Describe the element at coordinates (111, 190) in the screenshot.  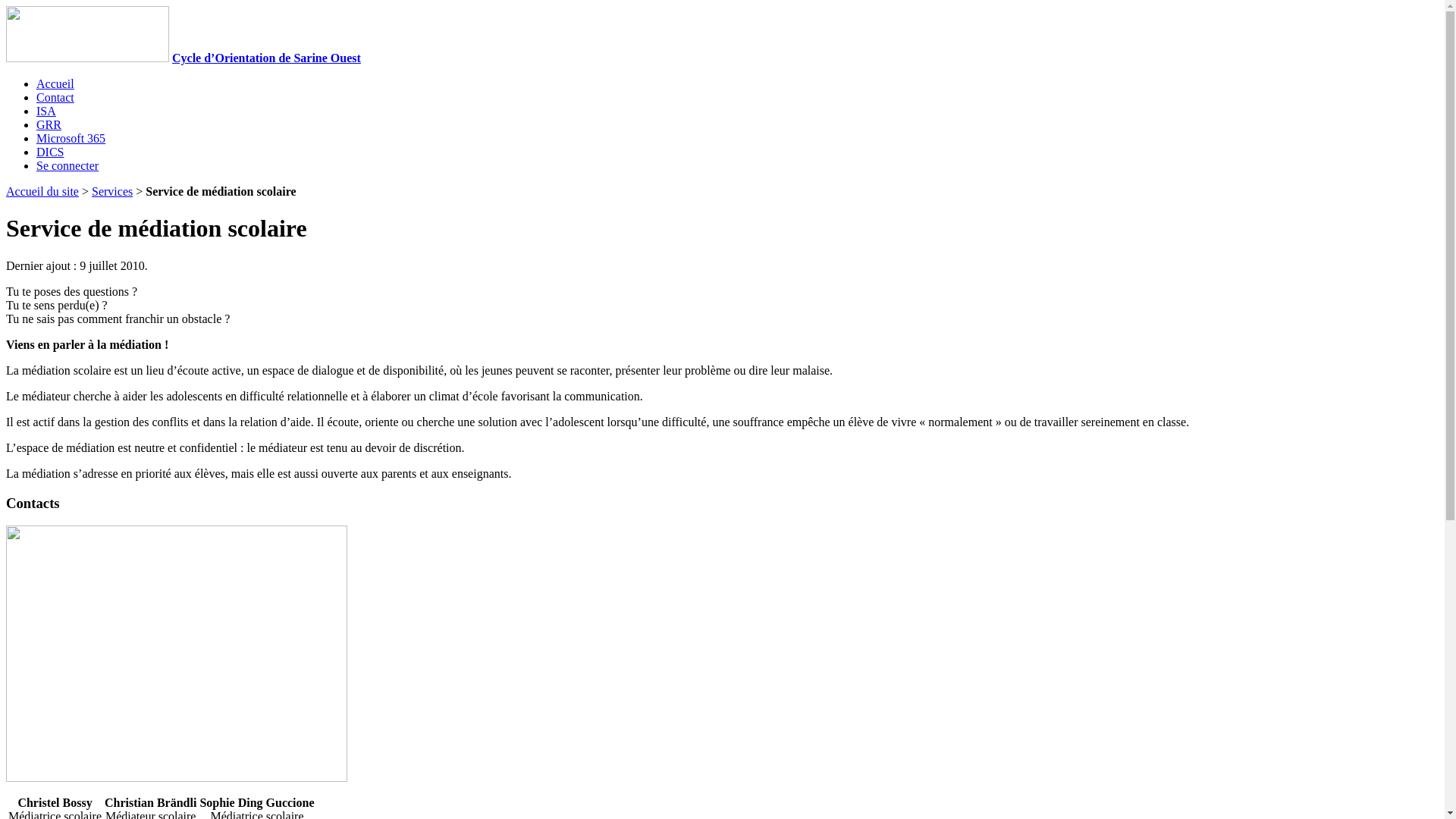
I see `'Services'` at that location.